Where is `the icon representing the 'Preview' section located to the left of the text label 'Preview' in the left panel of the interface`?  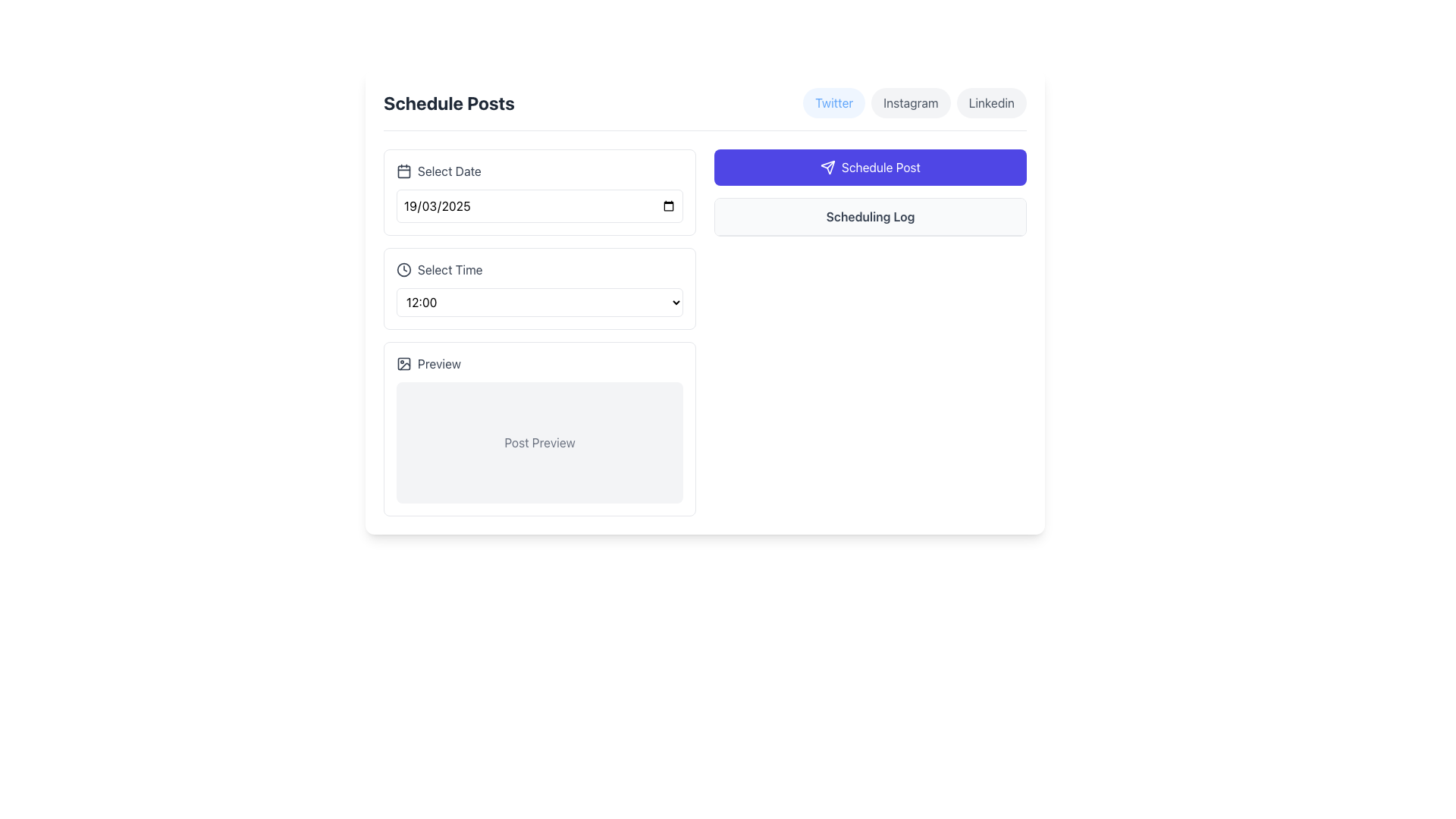
the icon representing the 'Preview' section located to the left of the text label 'Preview' in the left panel of the interface is located at coordinates (403, 363).